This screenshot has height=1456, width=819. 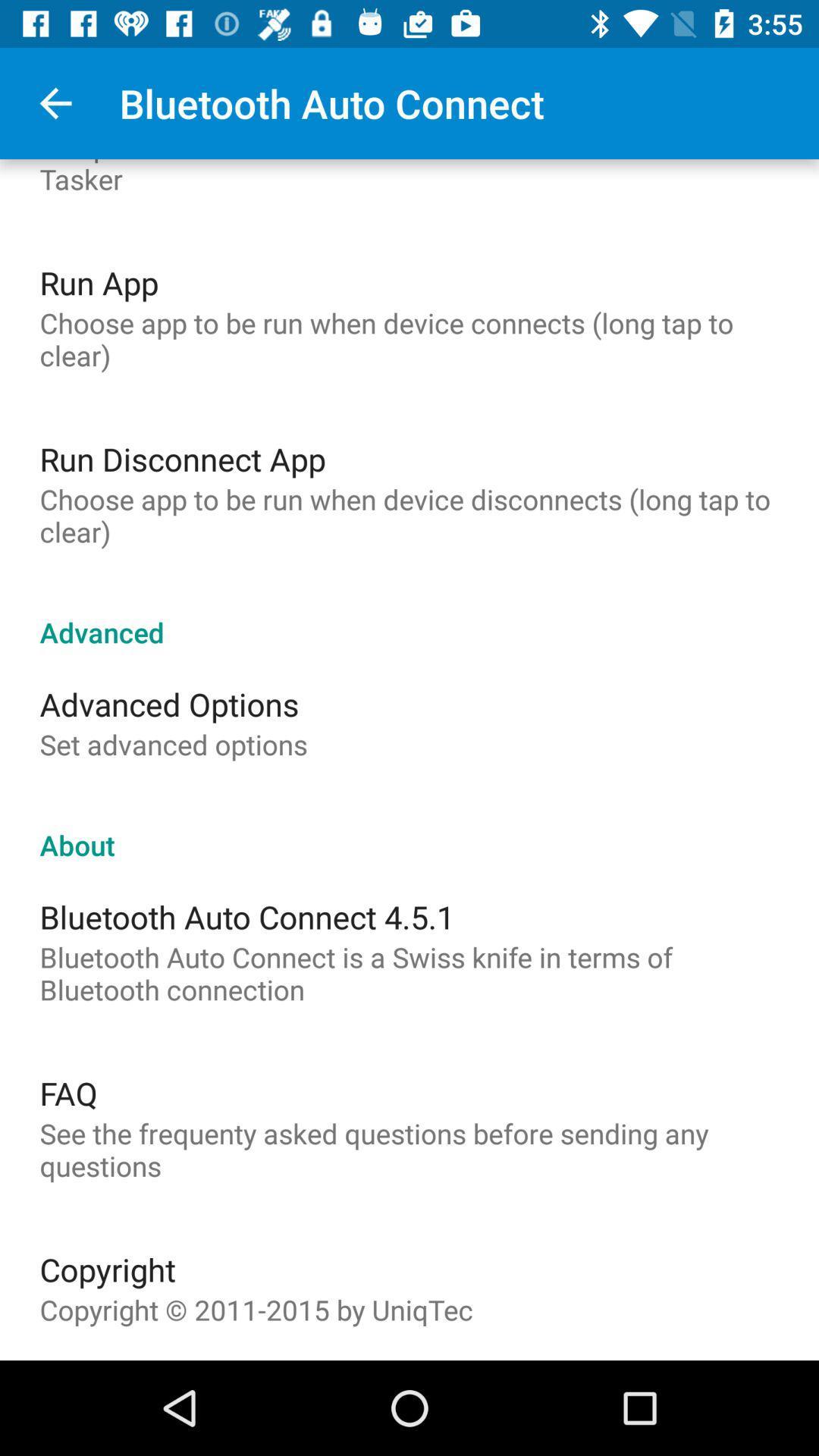 I want to click on the the preference misc, so click(x=409, y=178).